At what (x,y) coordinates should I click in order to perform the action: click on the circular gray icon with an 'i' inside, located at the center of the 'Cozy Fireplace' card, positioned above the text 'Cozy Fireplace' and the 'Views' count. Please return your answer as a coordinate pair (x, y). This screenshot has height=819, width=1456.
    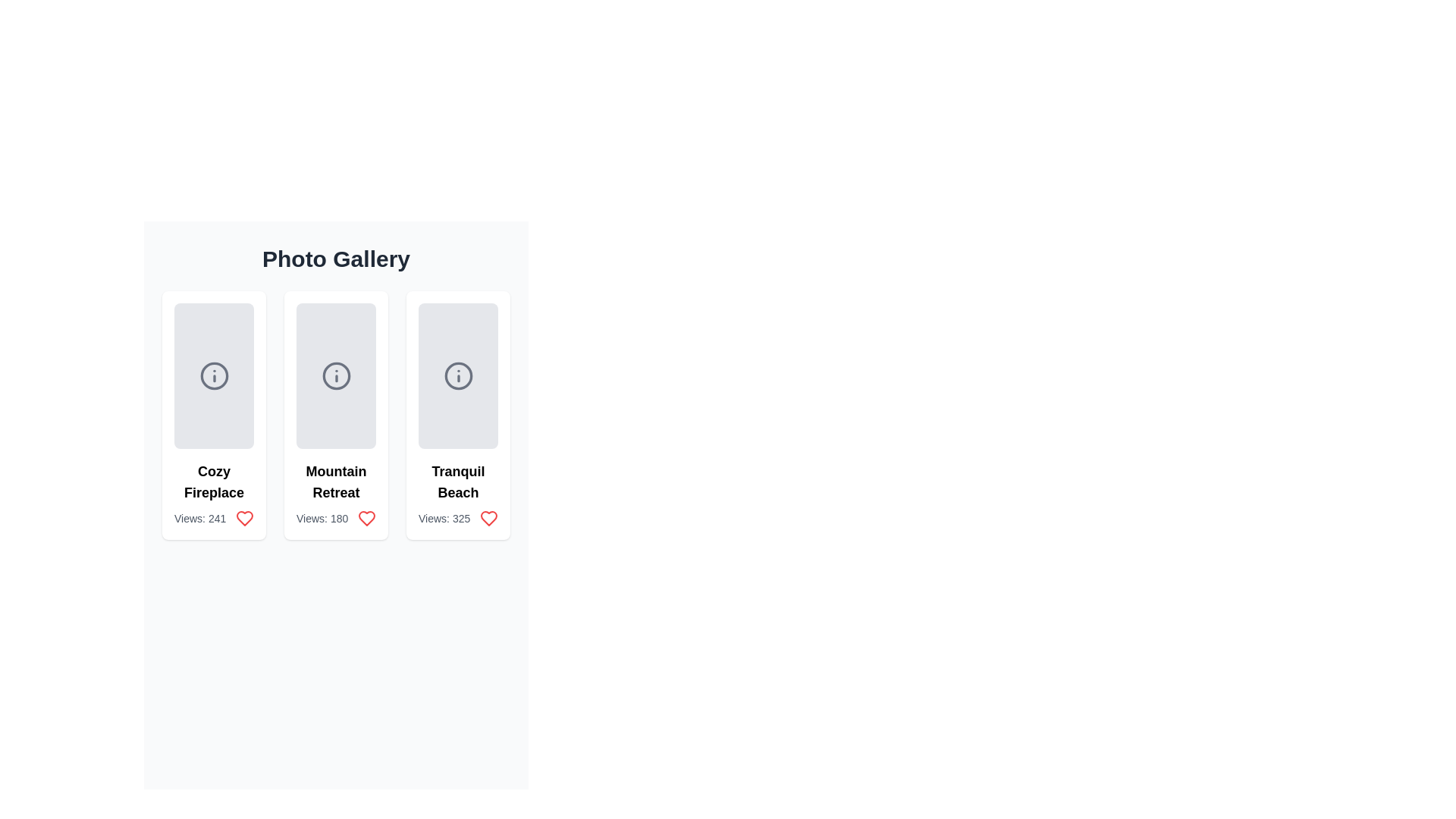
    Looking at the image, I should click on (213, 375).